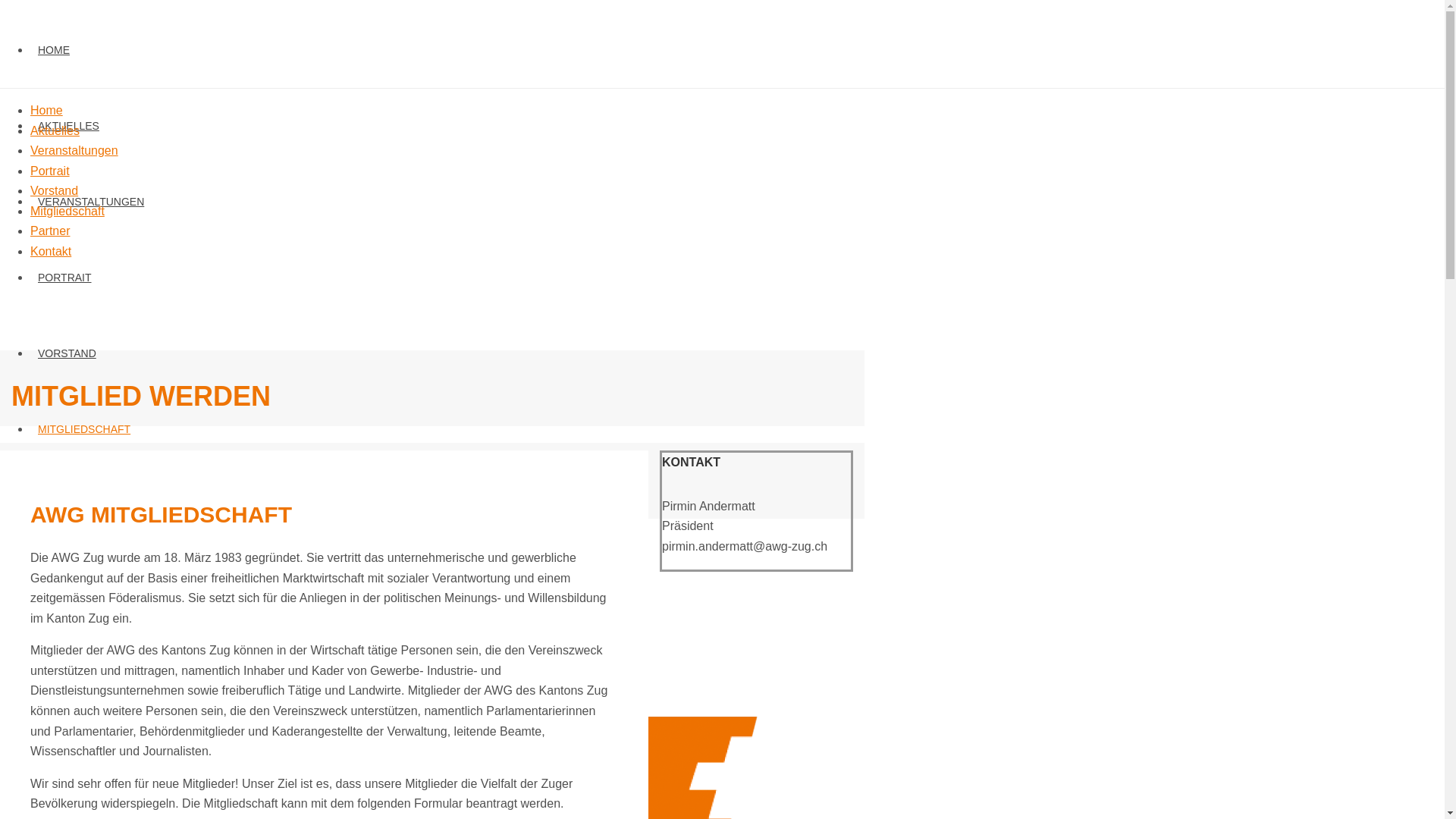  Describe the element at coordinates (54, 190) in the screenshot. I see `'Vorstand'` at that location.